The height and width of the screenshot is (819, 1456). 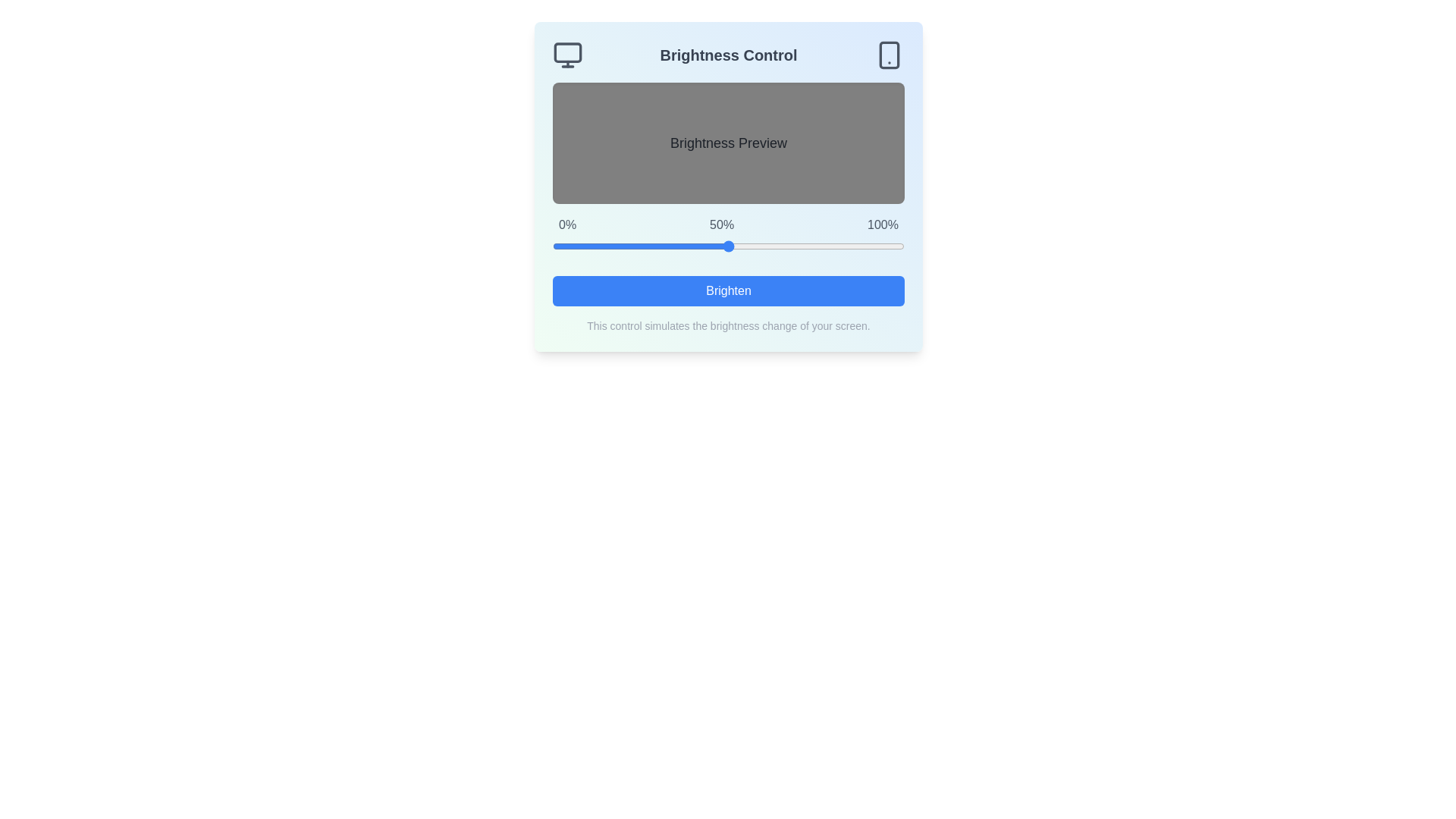 What do you see at coordinates (728, 291) in the screenshot?
I see `'Brighten' button to toggle brightness` at bounding box center [728, 291].